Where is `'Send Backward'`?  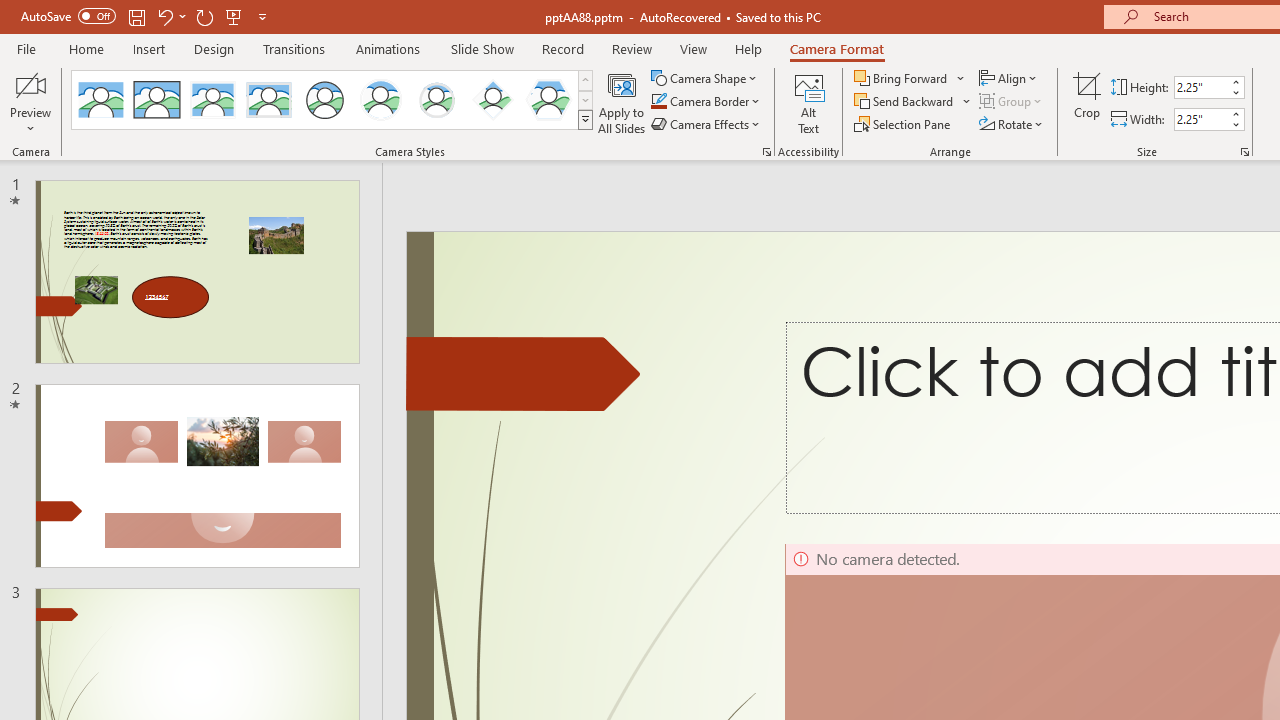
'Send Backward' is located at coordinates (904, 101).